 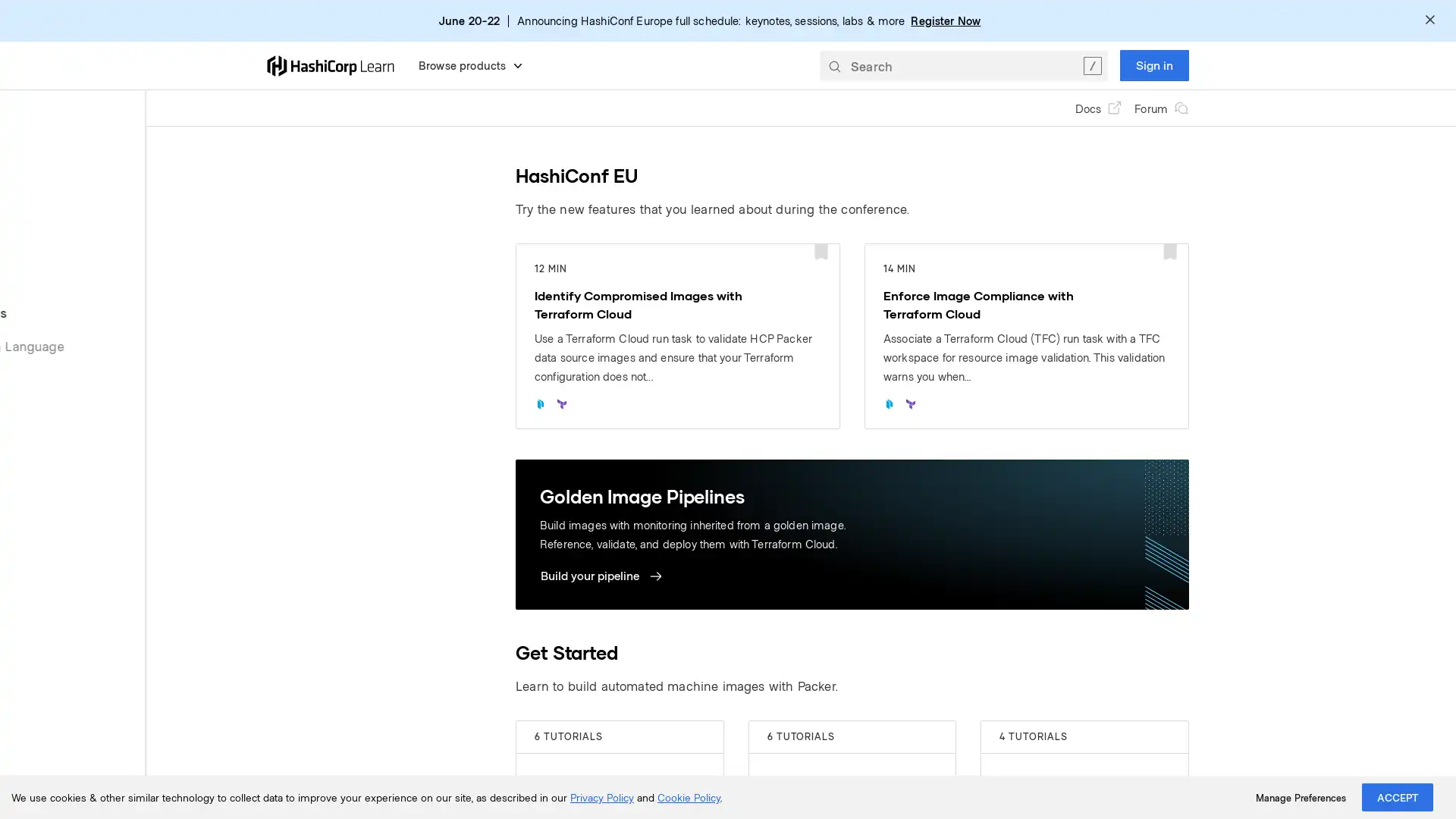 I want to click on ACCEPT, so click(x=1397, y=796).